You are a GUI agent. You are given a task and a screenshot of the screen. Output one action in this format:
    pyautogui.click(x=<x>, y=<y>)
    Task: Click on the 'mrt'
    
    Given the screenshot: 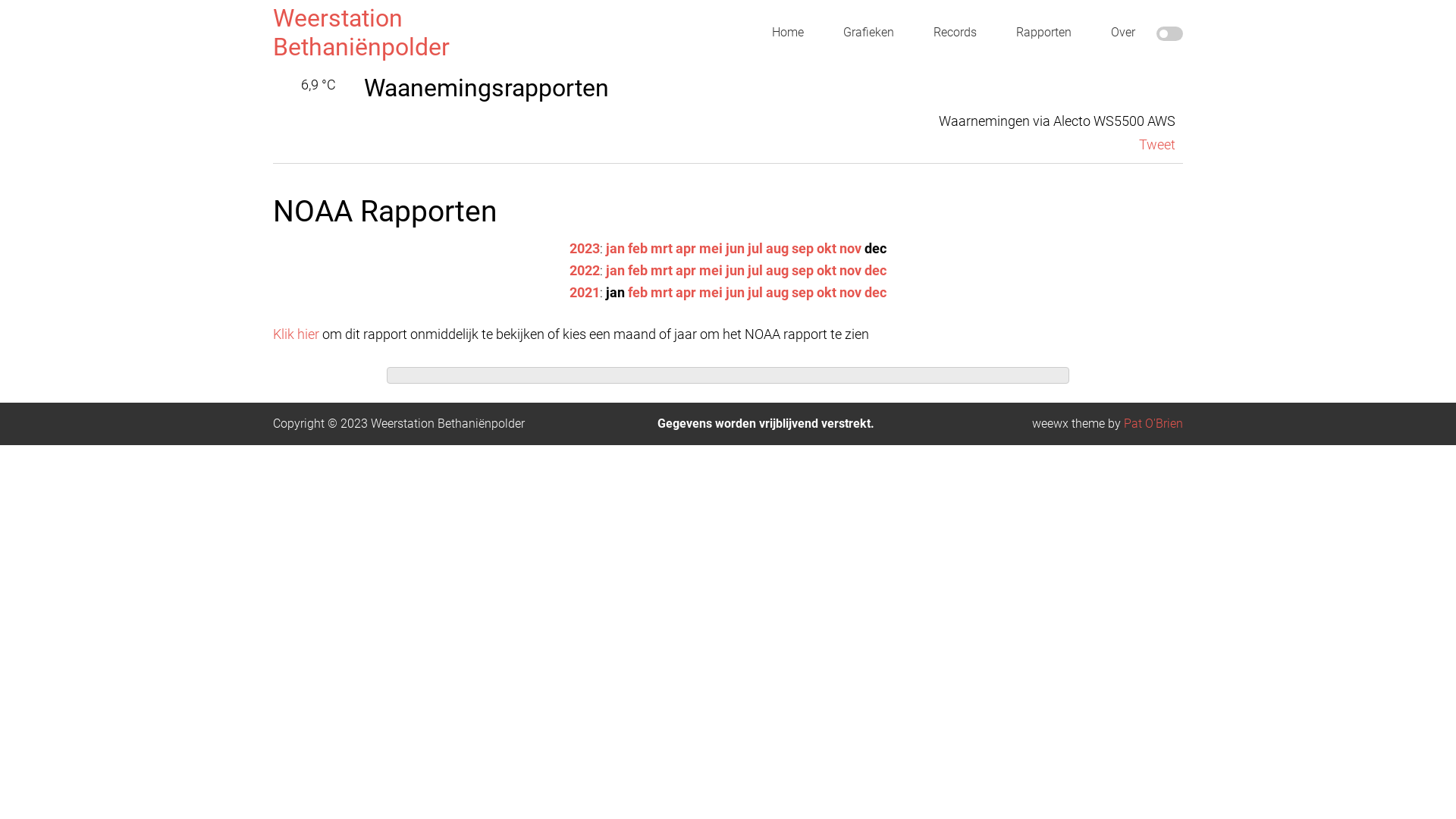 What is the action you would take?
    pyautogui.click(x=651, y=292)
    